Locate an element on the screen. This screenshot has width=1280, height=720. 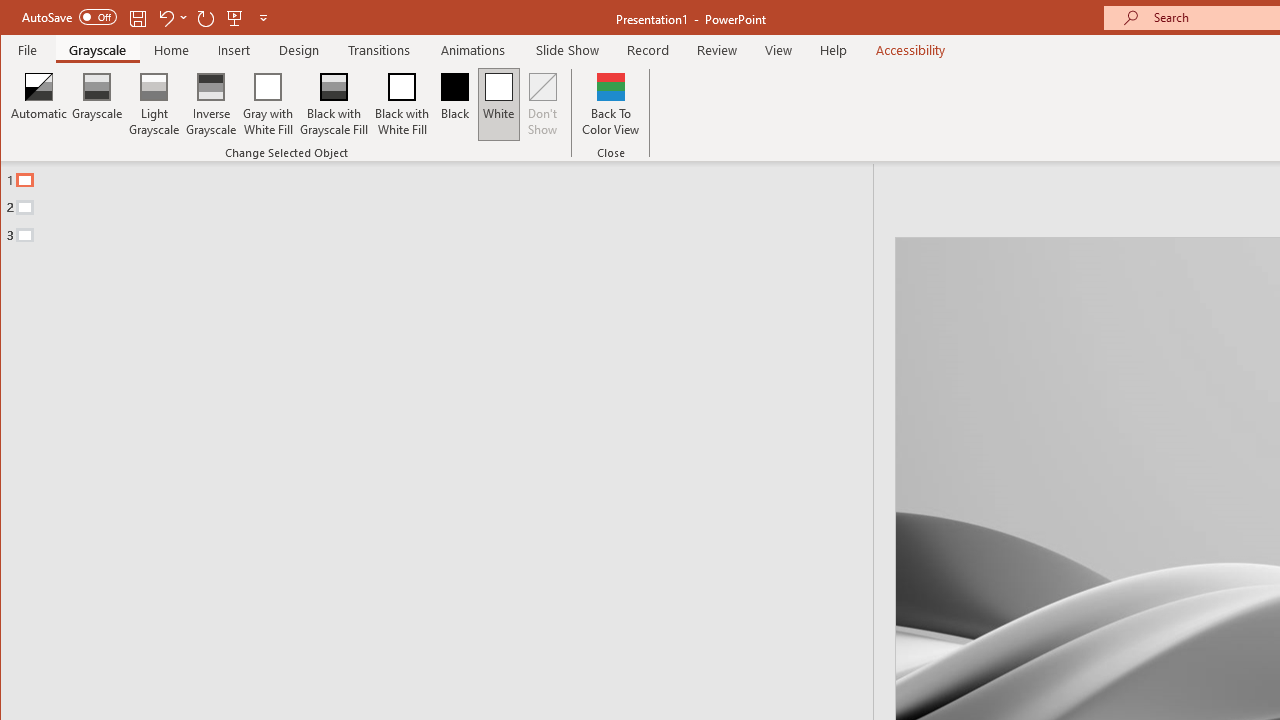
'Grayscale' is located at coordinates (96, 104).